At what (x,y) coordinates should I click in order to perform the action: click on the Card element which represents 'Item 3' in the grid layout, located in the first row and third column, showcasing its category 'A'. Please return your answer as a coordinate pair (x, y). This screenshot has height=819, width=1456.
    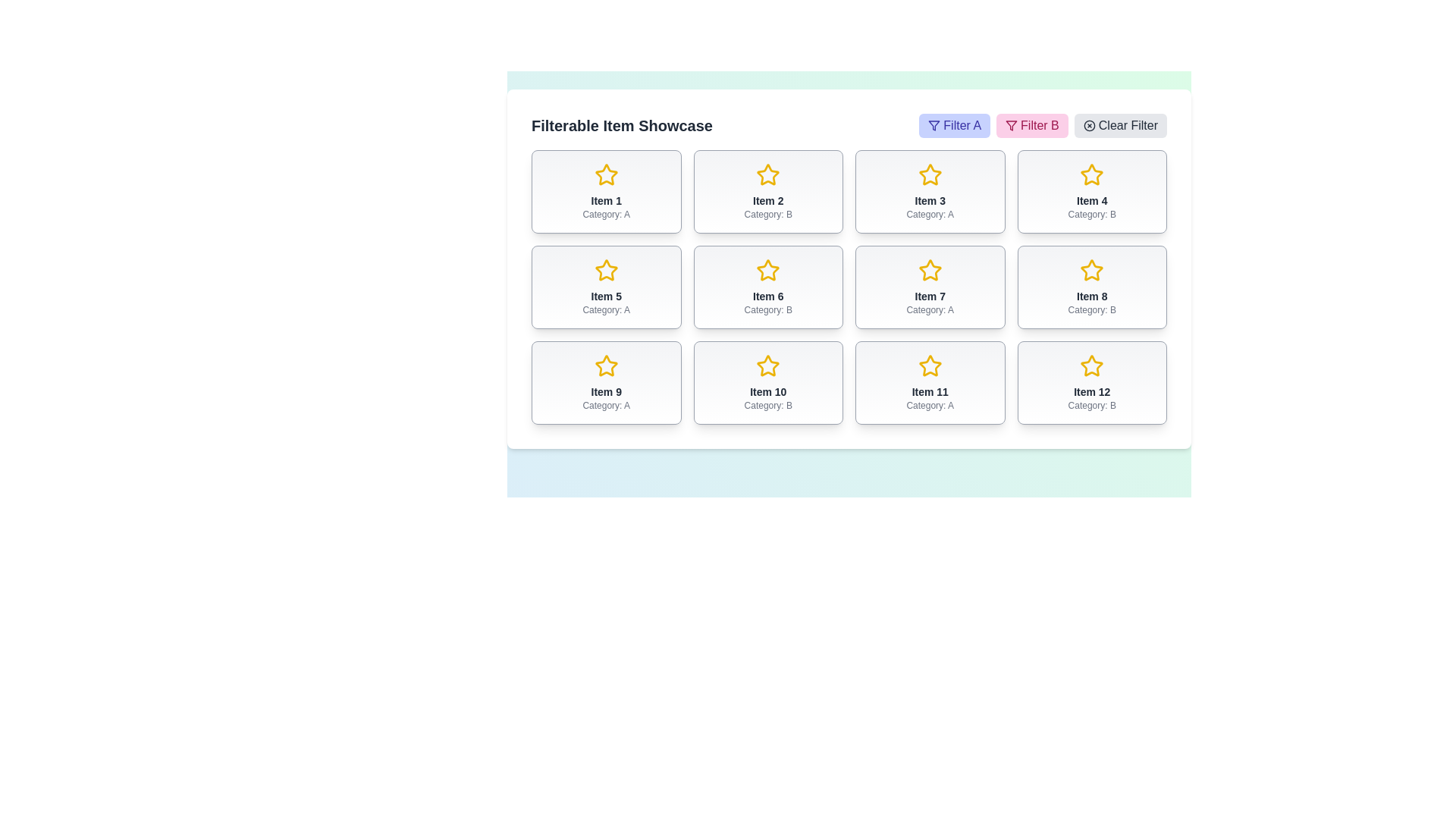
    Looking at the image, I should click on (929, 191).